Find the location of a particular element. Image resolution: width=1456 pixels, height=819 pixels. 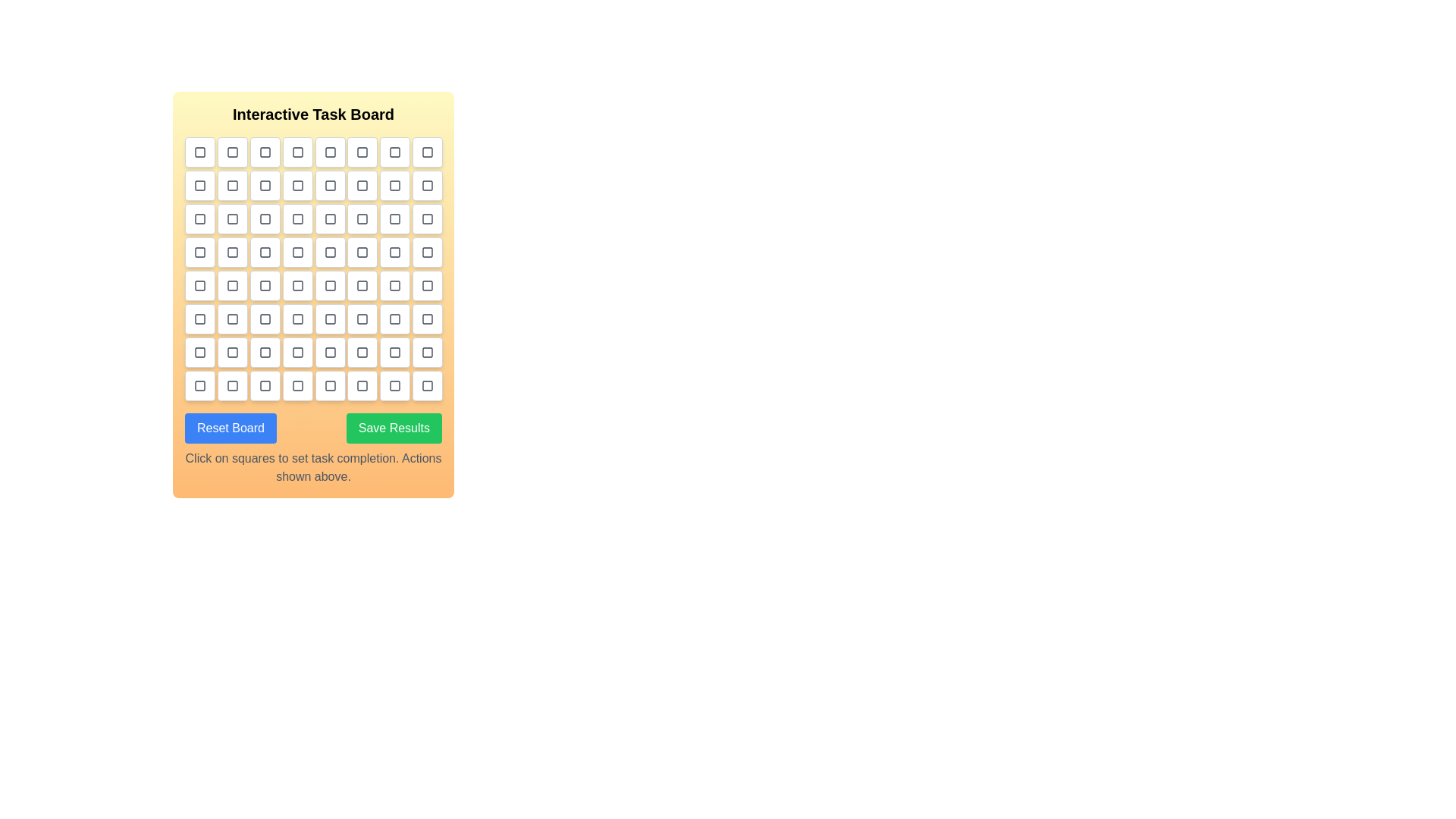

'Reset Board' button to reset the grid is located at coordinates (229, 428).